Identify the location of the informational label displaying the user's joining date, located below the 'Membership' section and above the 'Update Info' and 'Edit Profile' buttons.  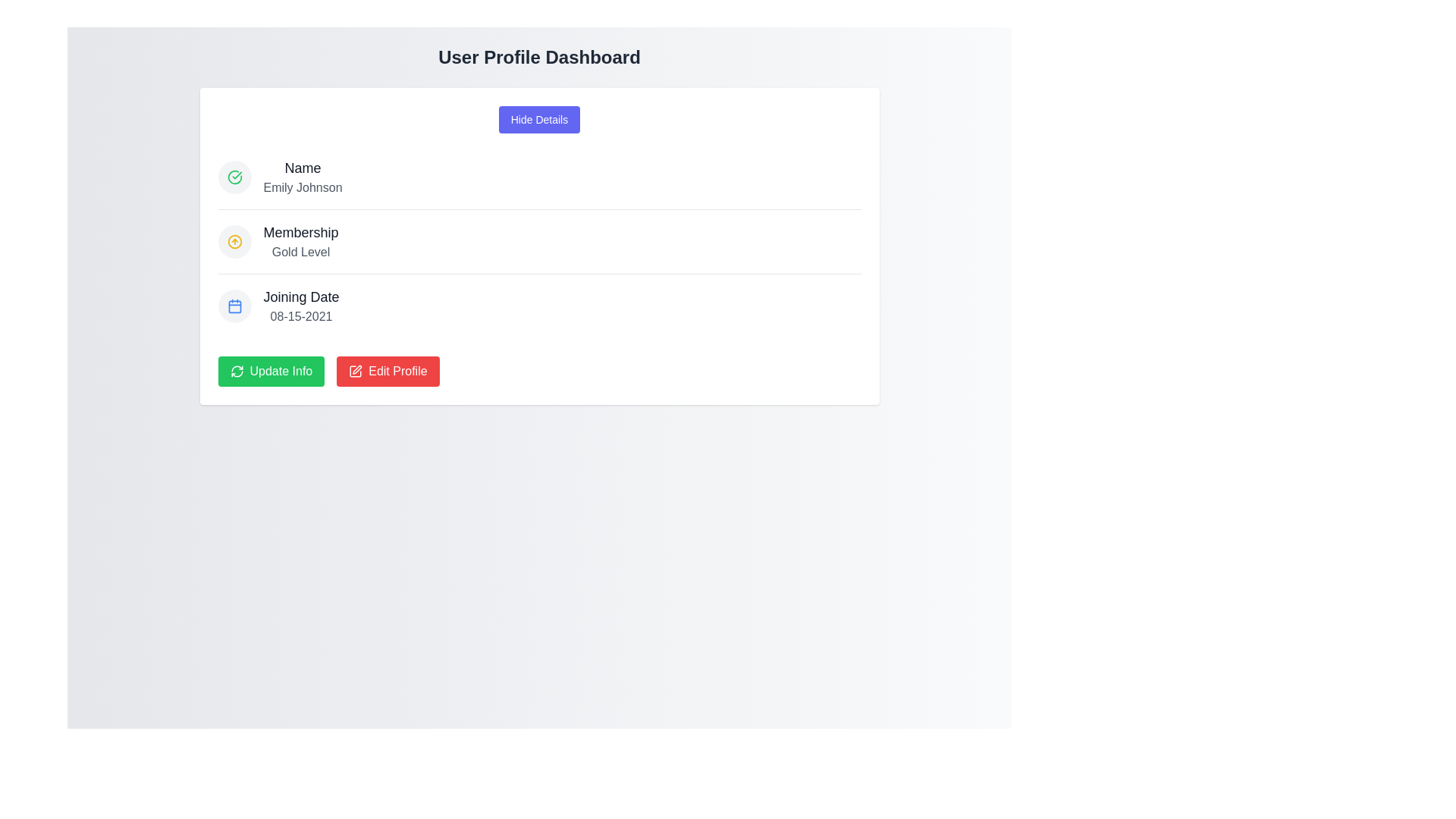
(301, 306).